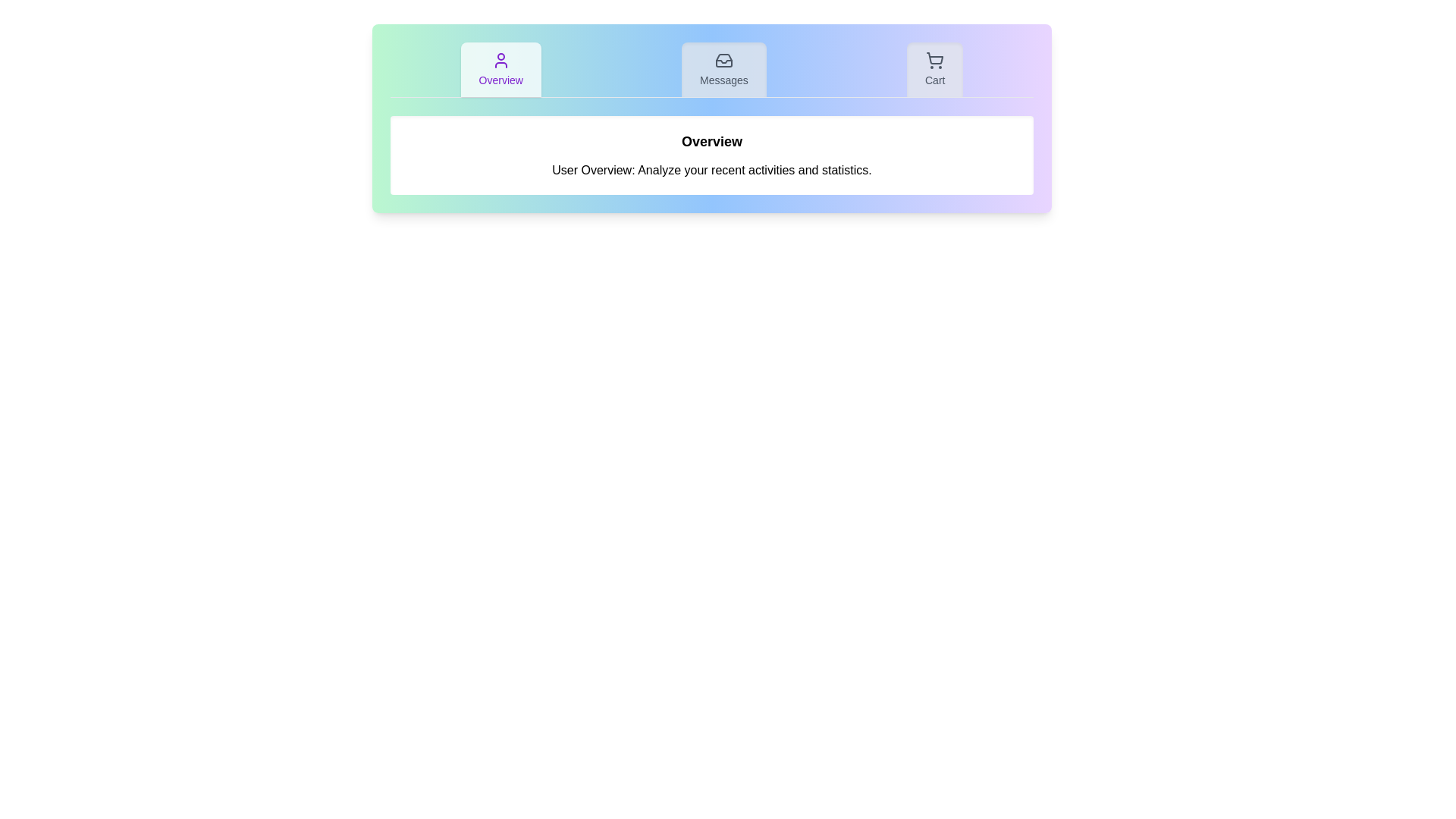 Image resolution: width=1456 pixels, height=819 pixels. What do you see at coordinates (500, 70) in the screenshot?
I see `the Overview tab by clicking on its button` at bounding box center [500, 70].